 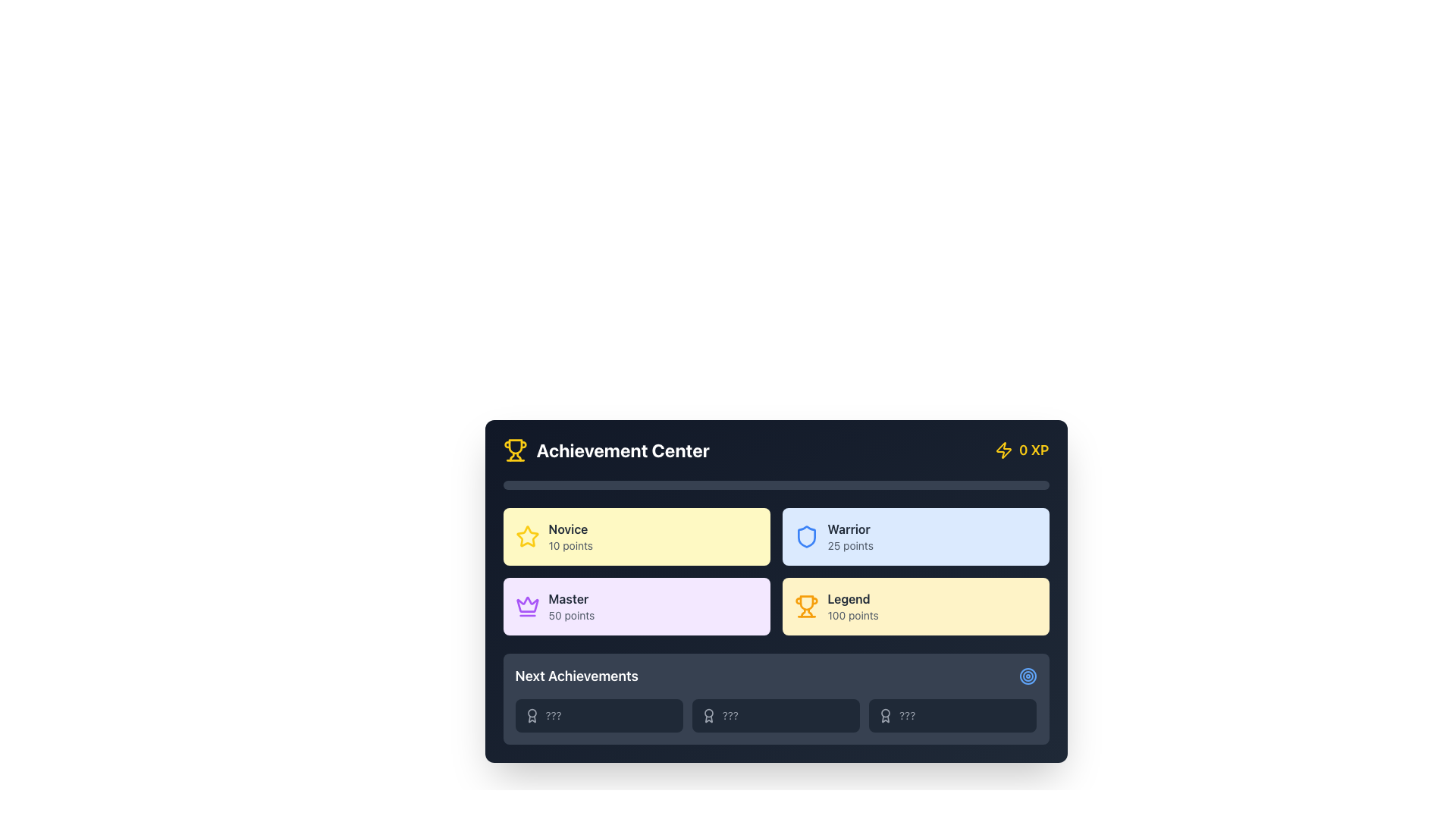 What do you see at coordinates (776, 485) in the screenshot?
I see `the Progress bar that visually represents user progress in the Achievement Center, located centrally below the header and above the achievement levels grid` at bounding box center [776, 485].